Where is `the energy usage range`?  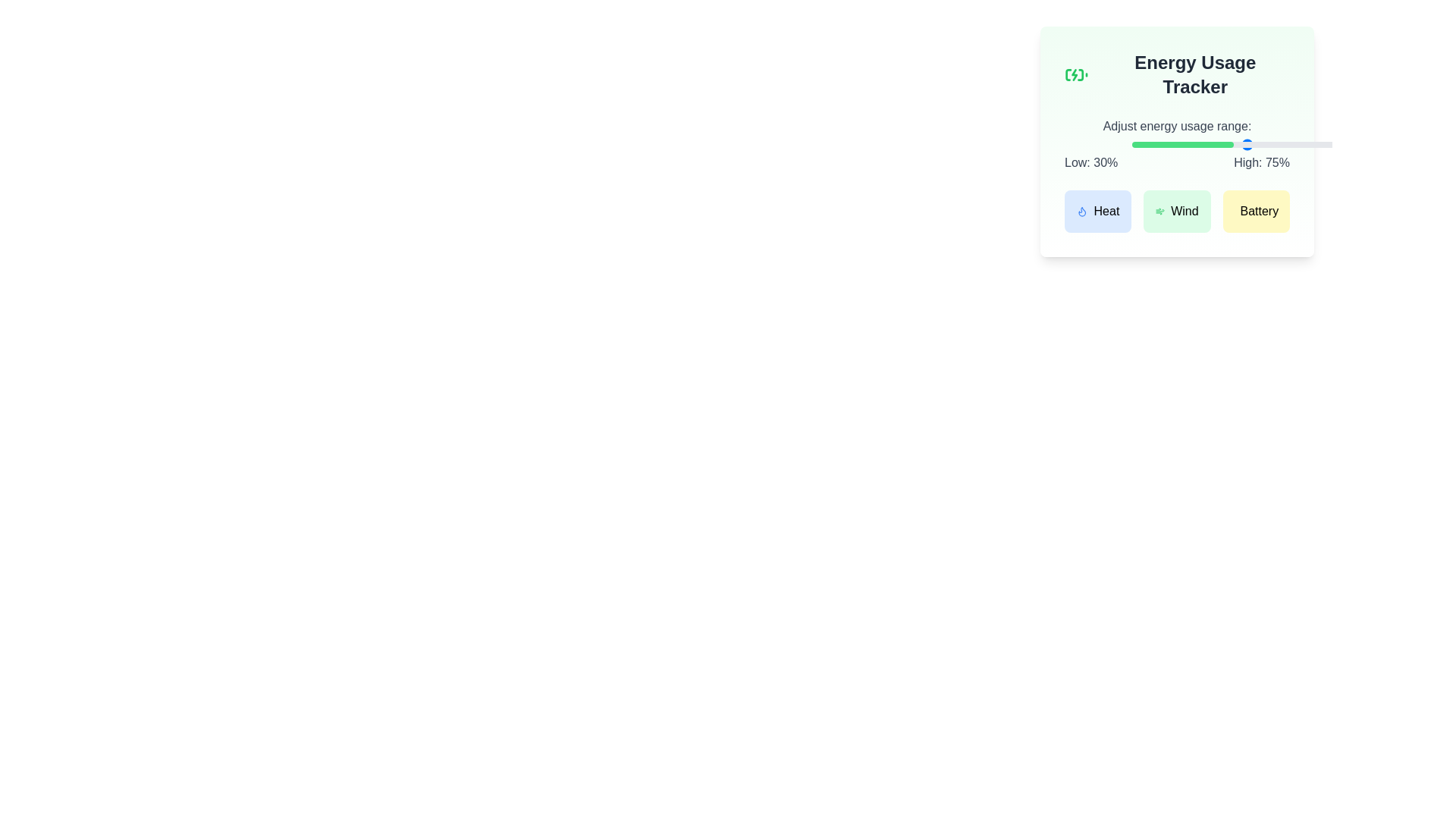 the energy usage range is located at coordinates (1355, 145).